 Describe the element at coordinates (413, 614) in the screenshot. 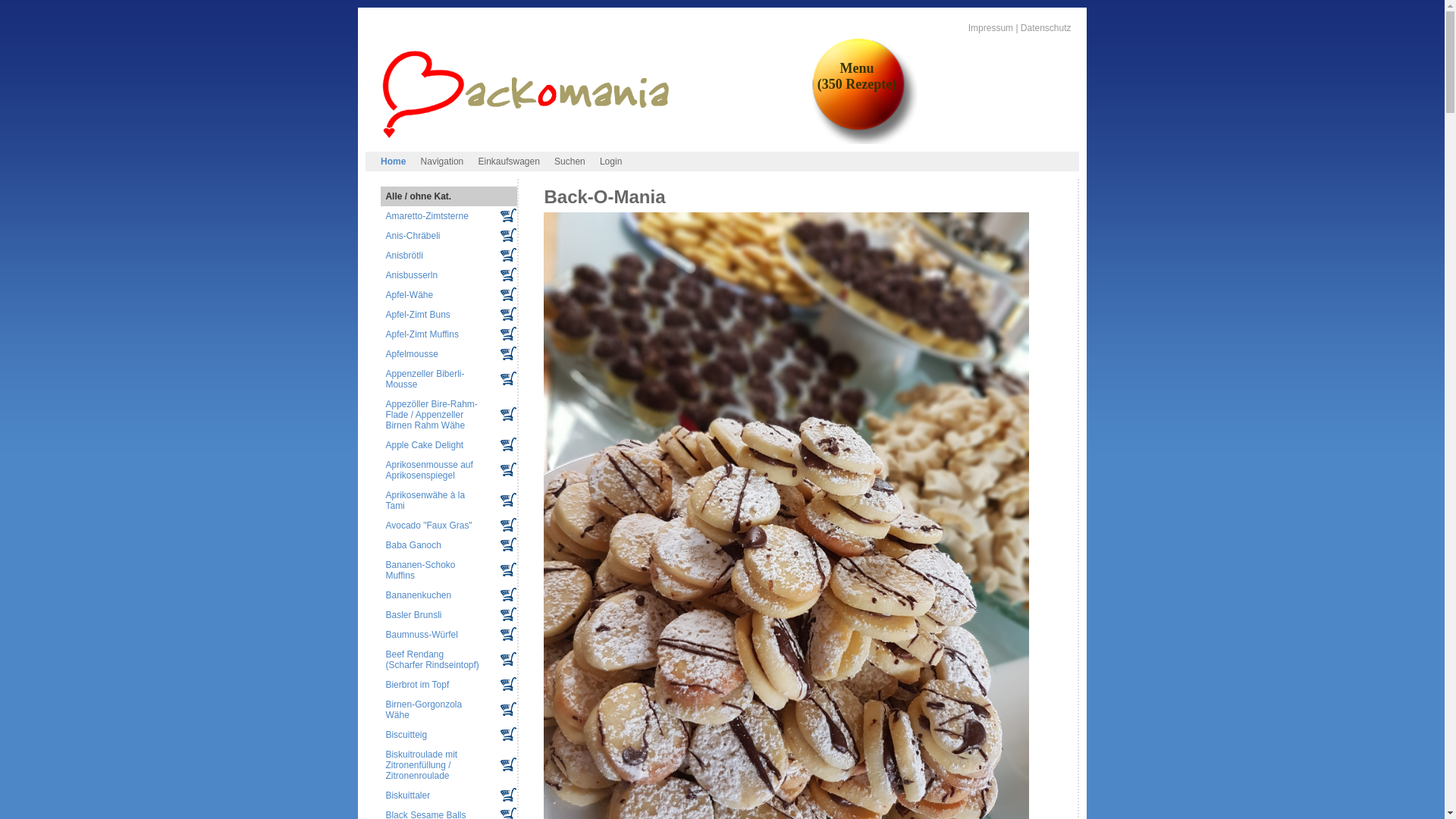

I see `'Basler Brunsli'` at that location.